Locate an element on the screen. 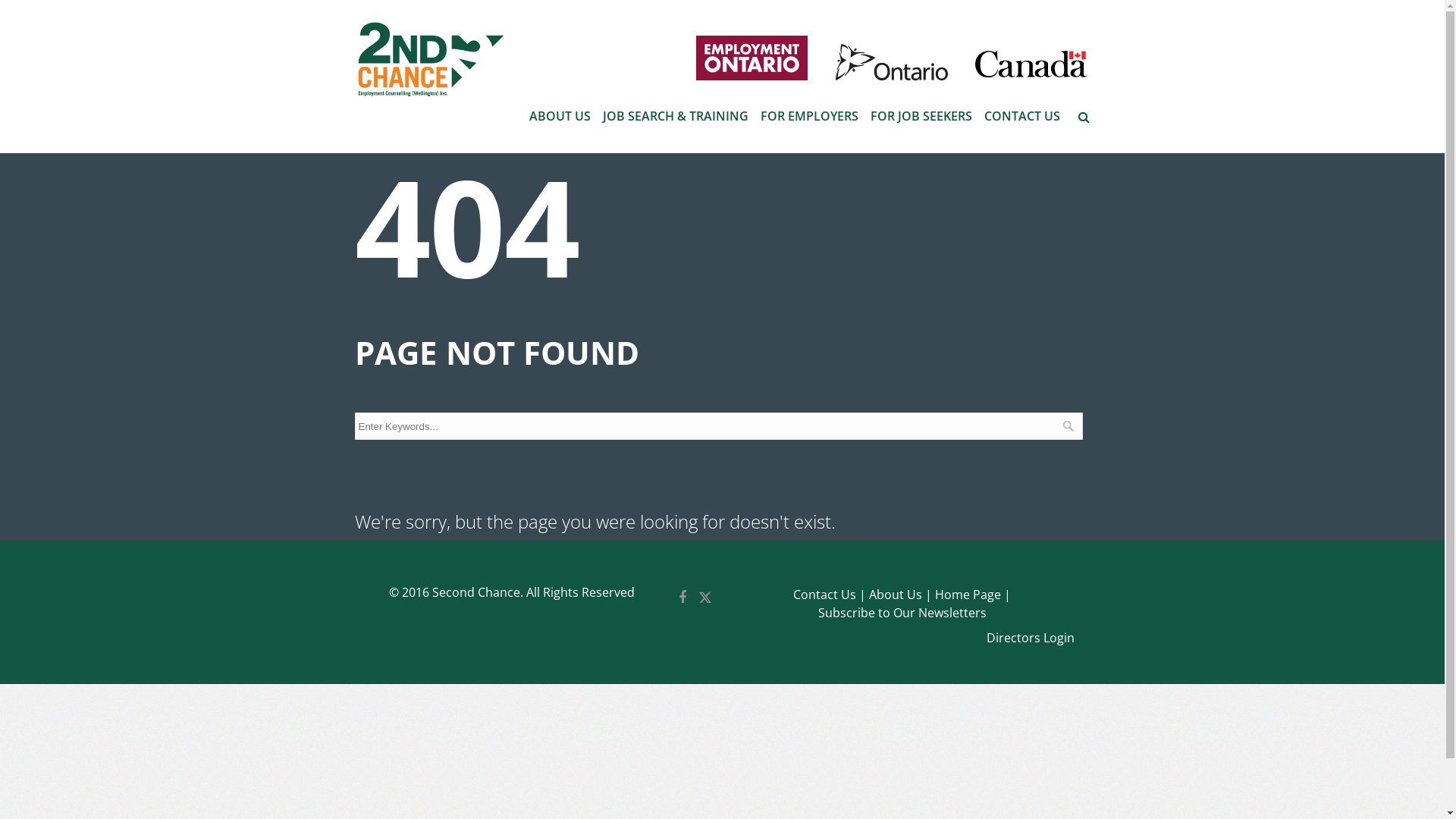  'About Us' is located at coordinates (900, 594).